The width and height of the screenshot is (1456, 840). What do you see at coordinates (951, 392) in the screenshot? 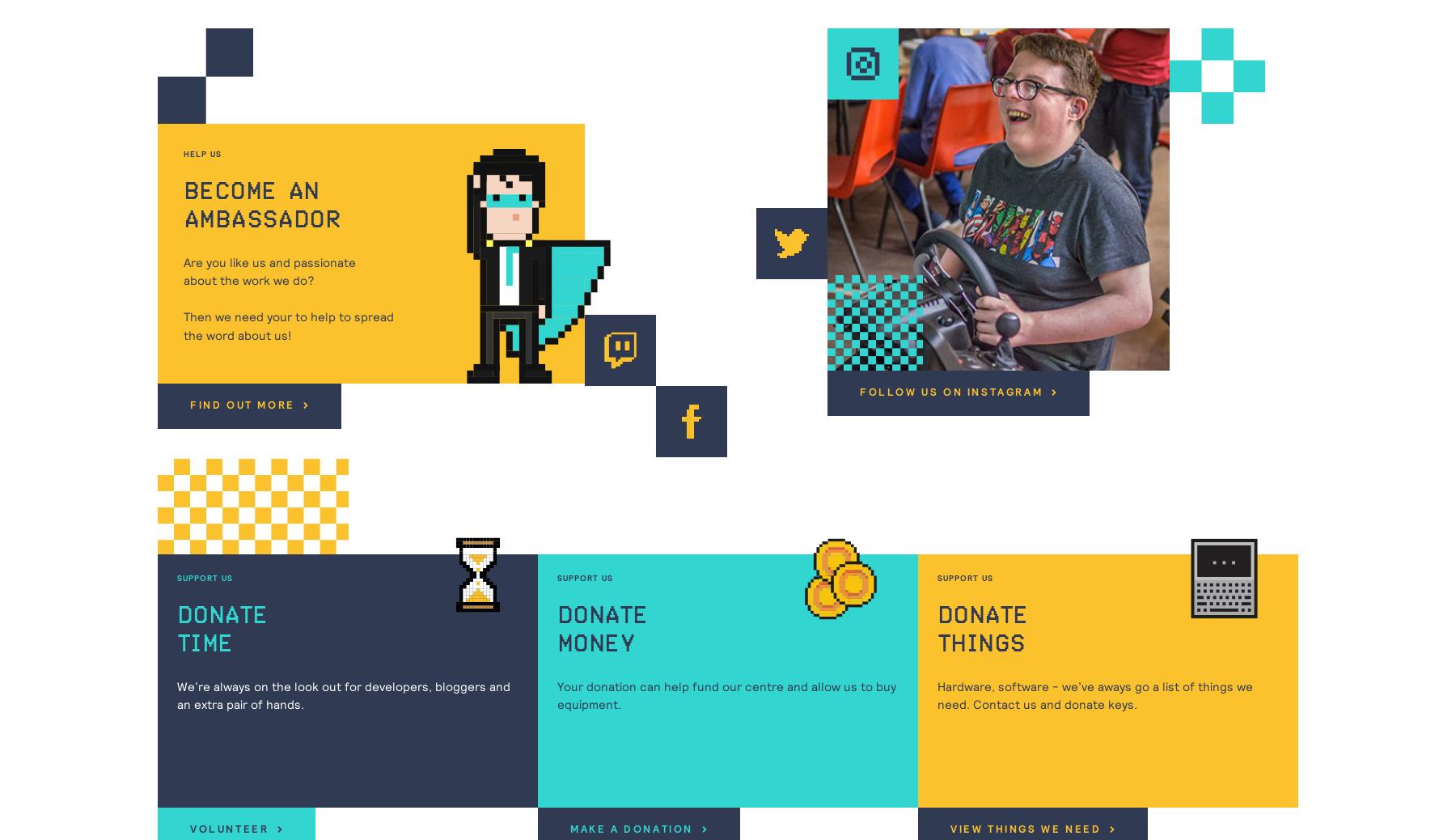
I see `'Follow us on Instagram'` at bounding box center [951, 392].